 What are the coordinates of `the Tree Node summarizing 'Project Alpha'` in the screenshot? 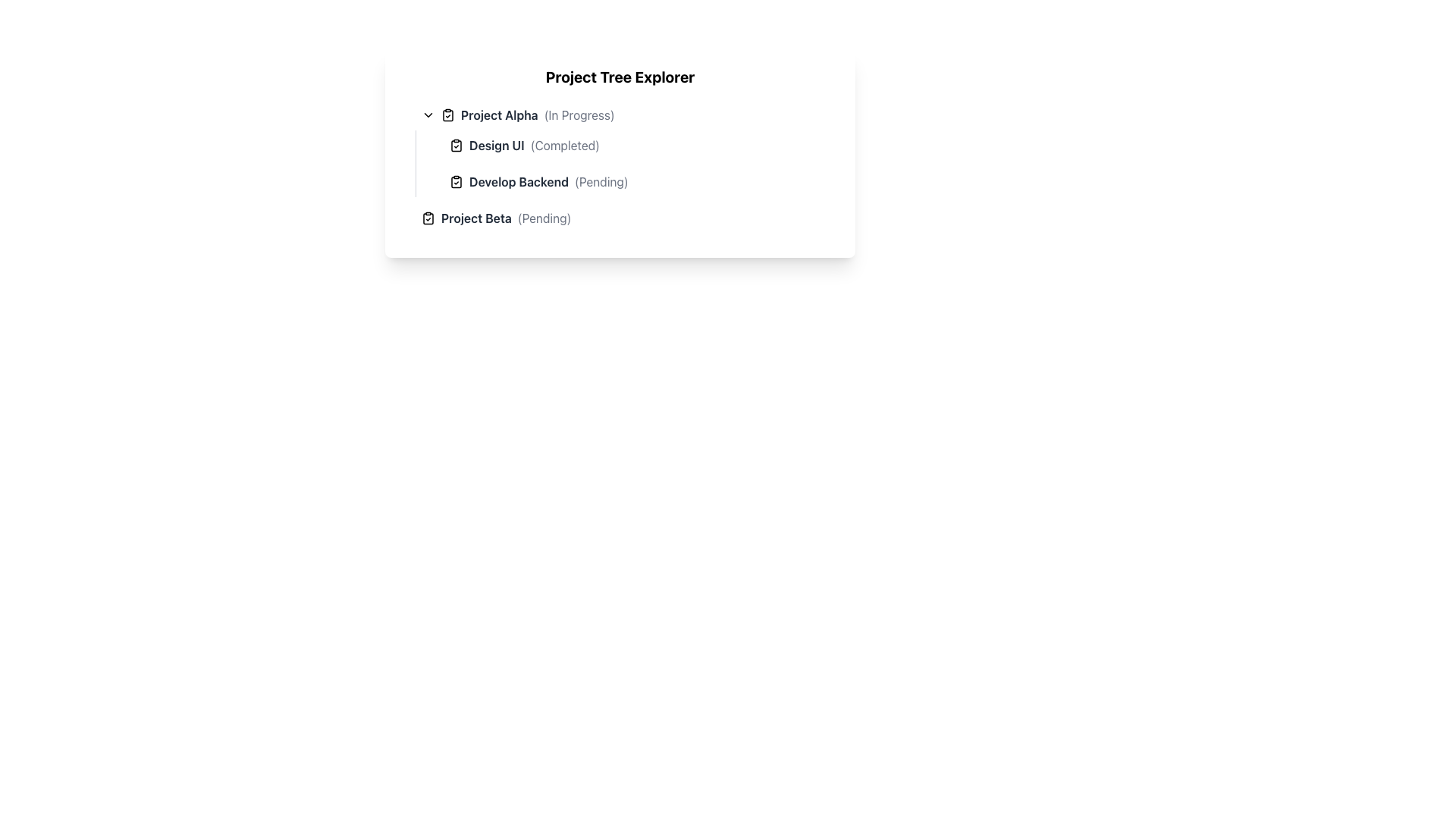 It's located at (626, 114).